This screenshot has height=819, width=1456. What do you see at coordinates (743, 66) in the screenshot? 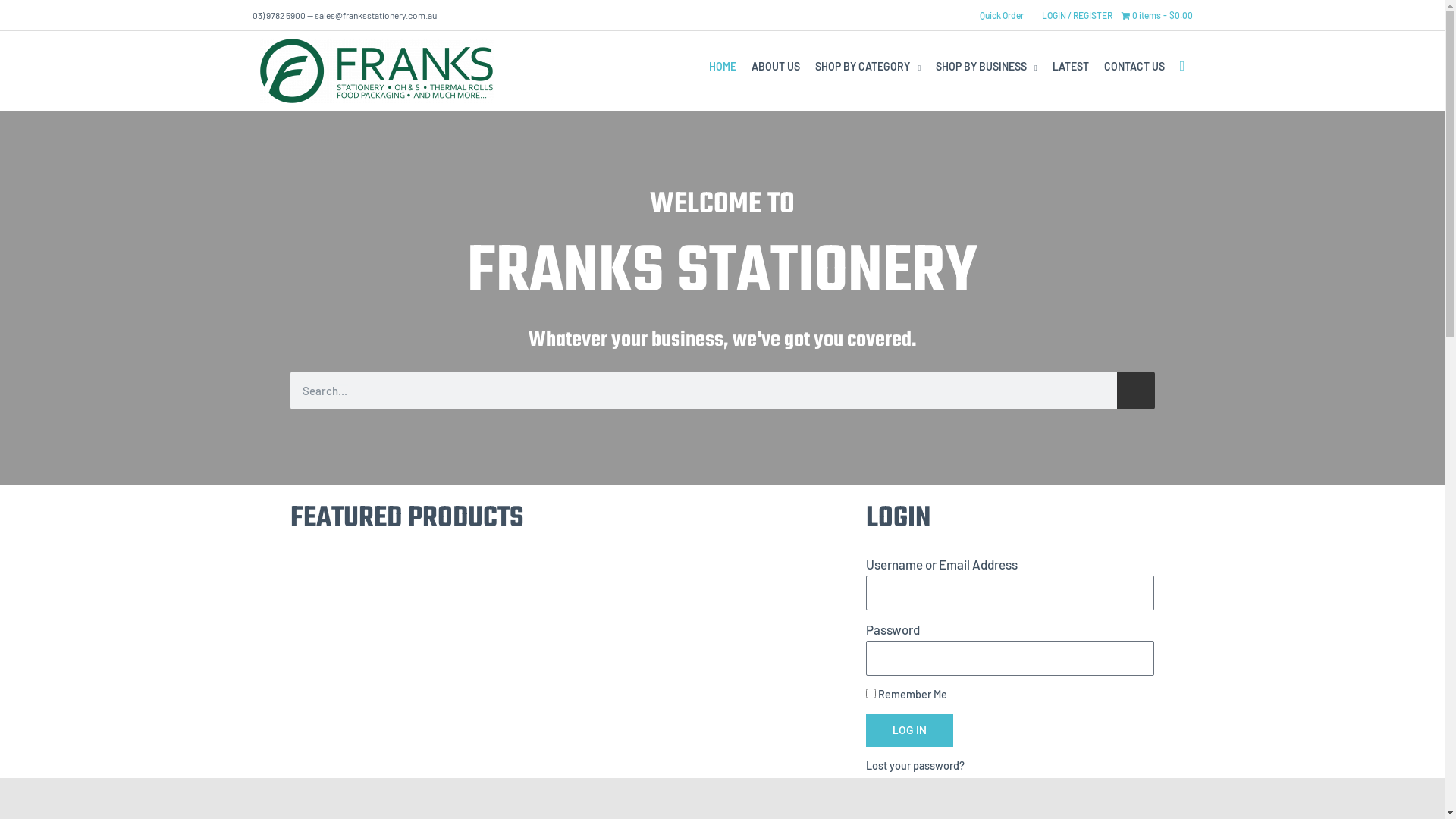
I see `'ABOUT US'` at bounding box center [743, 66].